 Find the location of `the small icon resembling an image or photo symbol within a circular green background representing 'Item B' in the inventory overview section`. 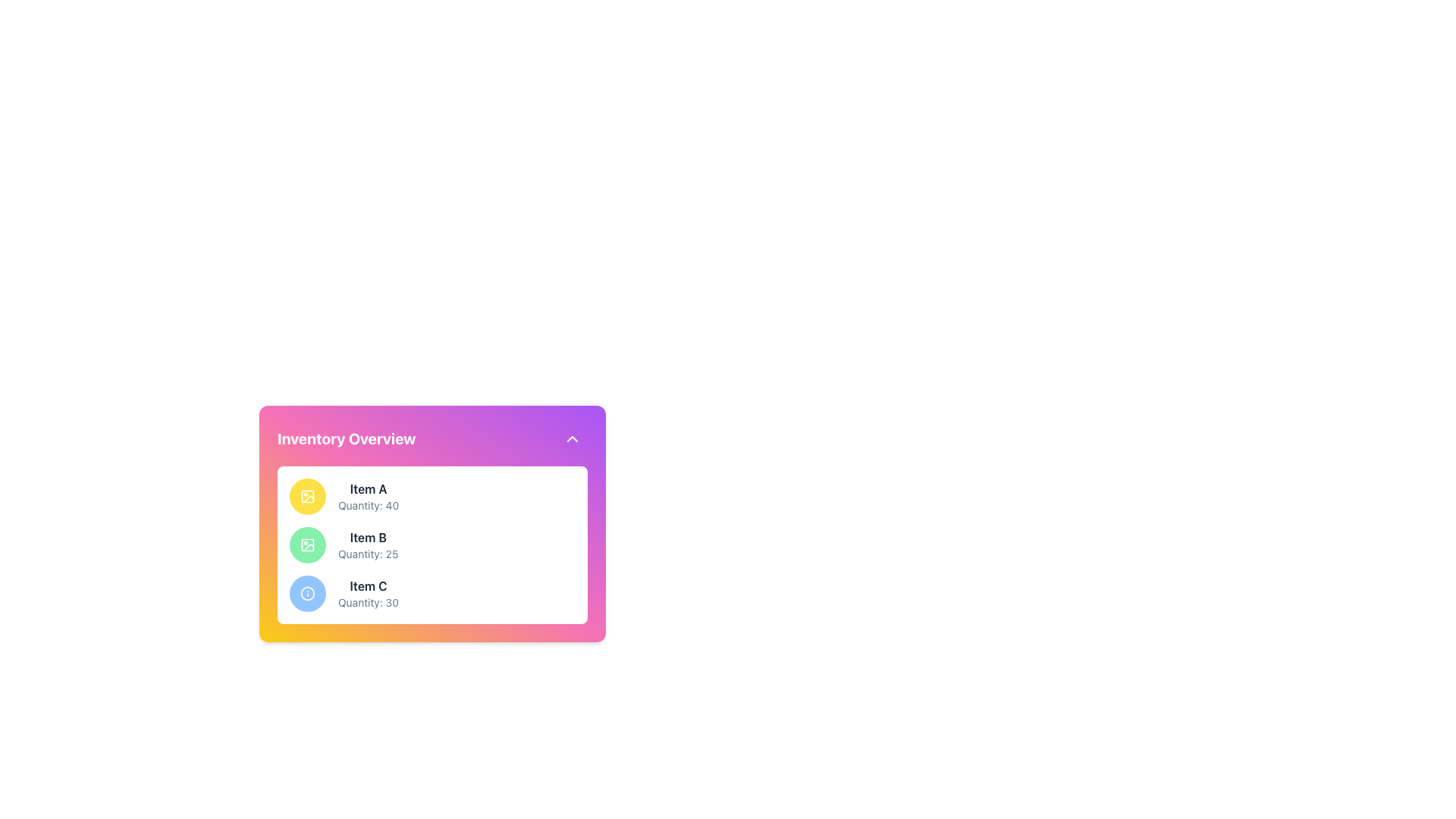

the small icon resembling an image or photo symbol within a circular green background representing 'Item B' in the inventory overview section is located at coordinates (307, 544).